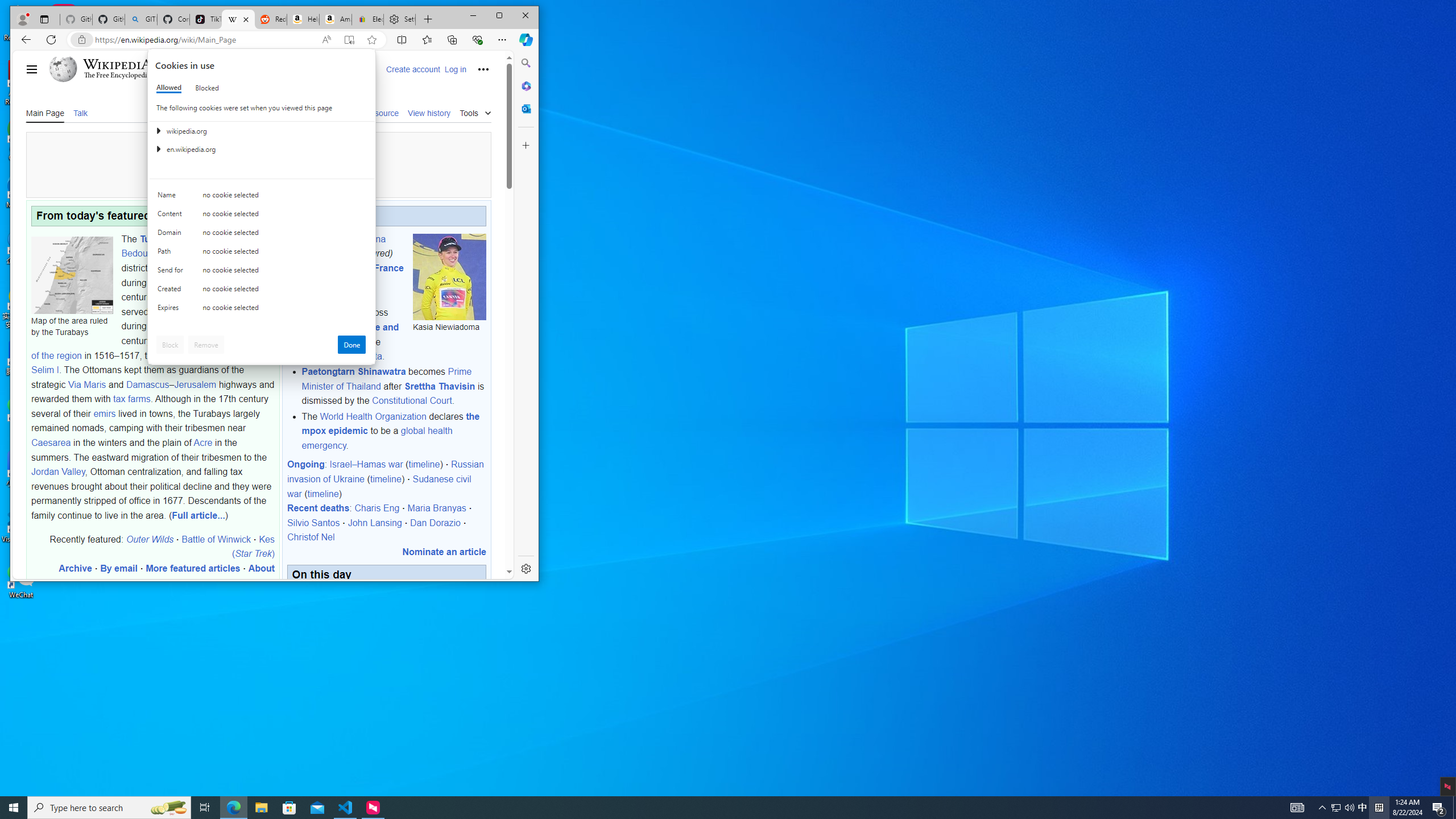 This screenshot has height=819, width=1456. I want to click on 'Path', so click(172, 253).